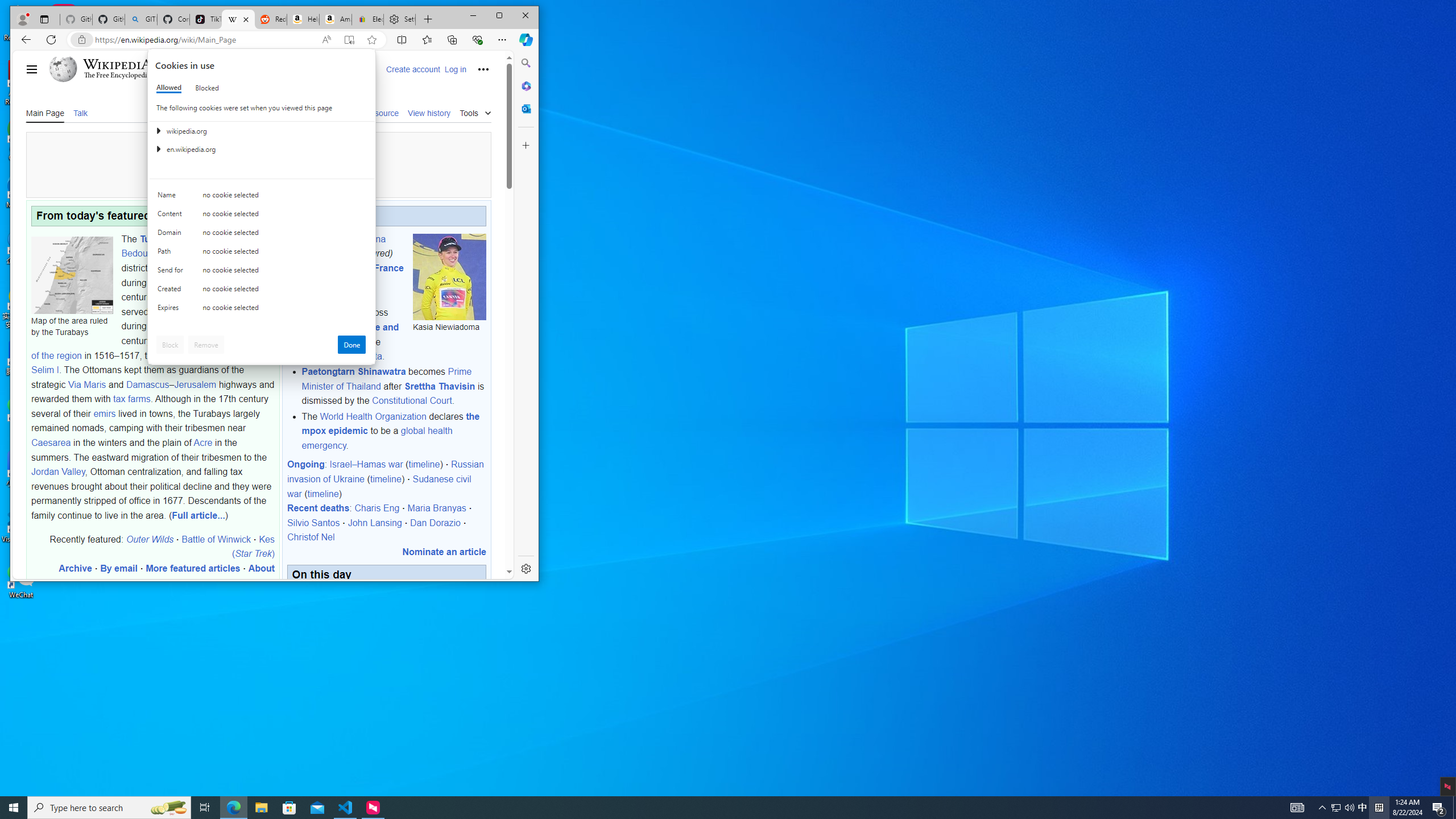 This screenshot has height=819, width=1456. I want to click on 'Path', so click(172, 253).